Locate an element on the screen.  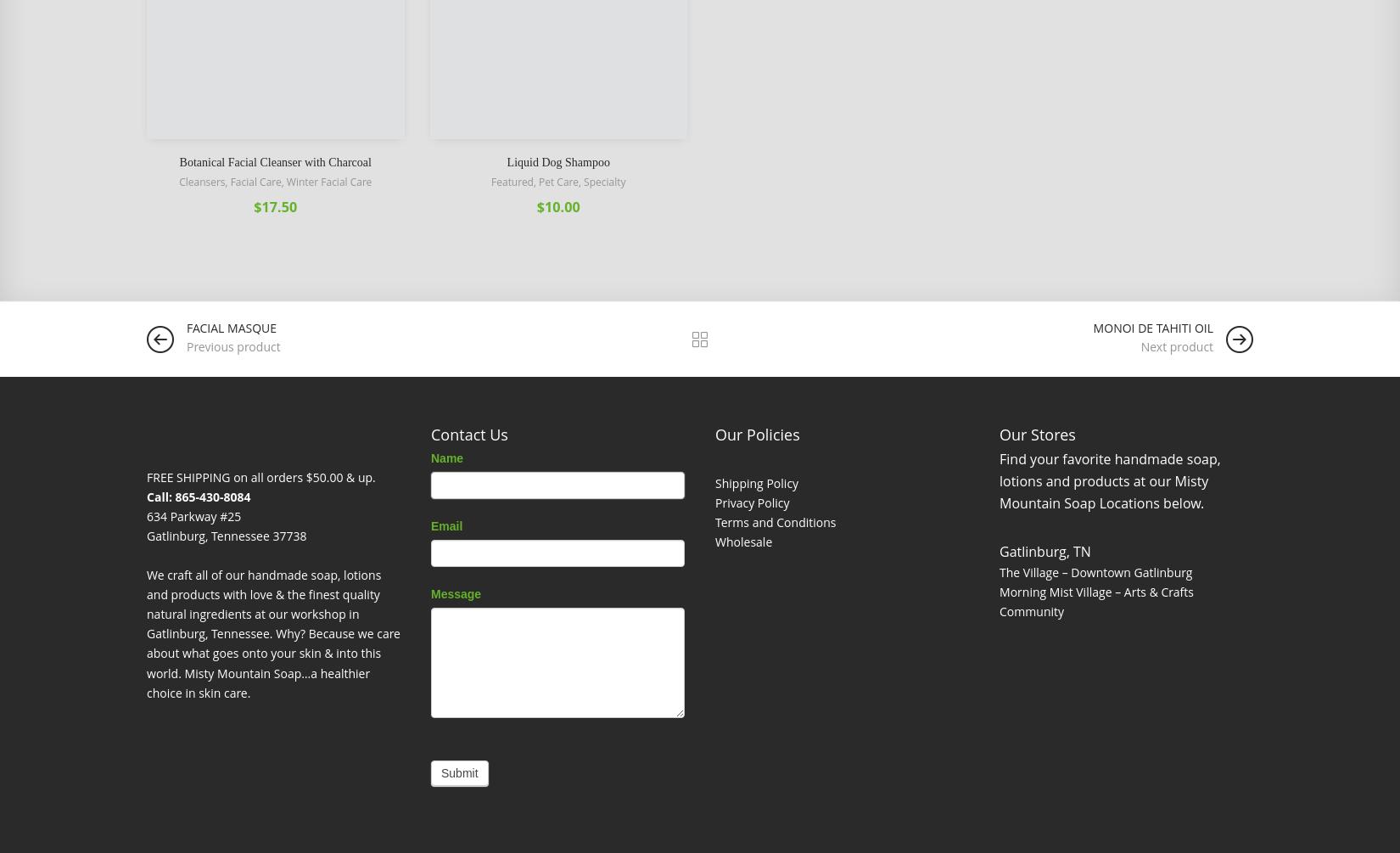
'Email' is located at coordinates (430, 524).